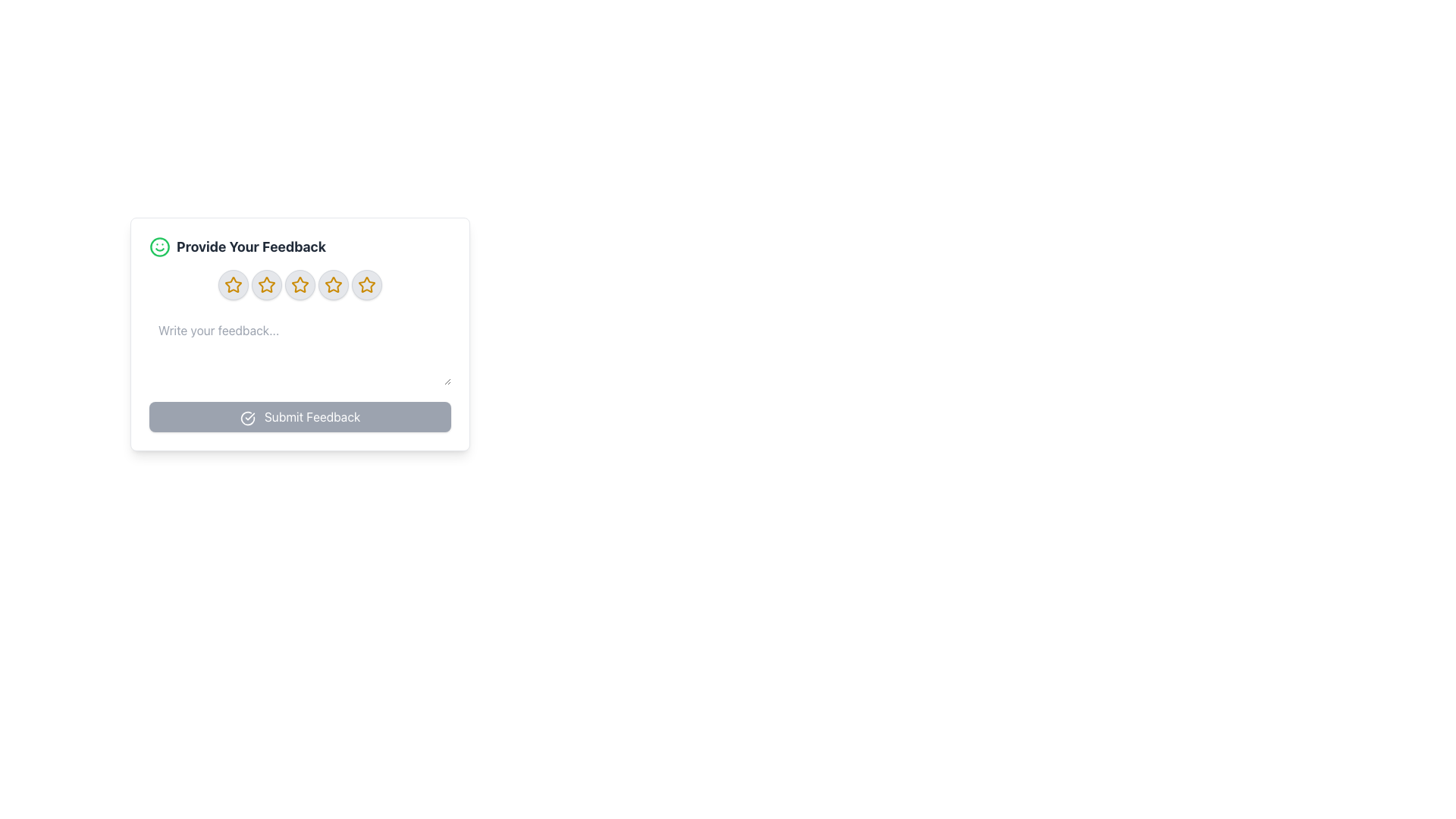 The height and width of the screenshot is (819, 1456). I want to click on the third yellow rating star icon from the left in the feedback form, which is part of a cluster of five stars used for rating, so click(300, 284).